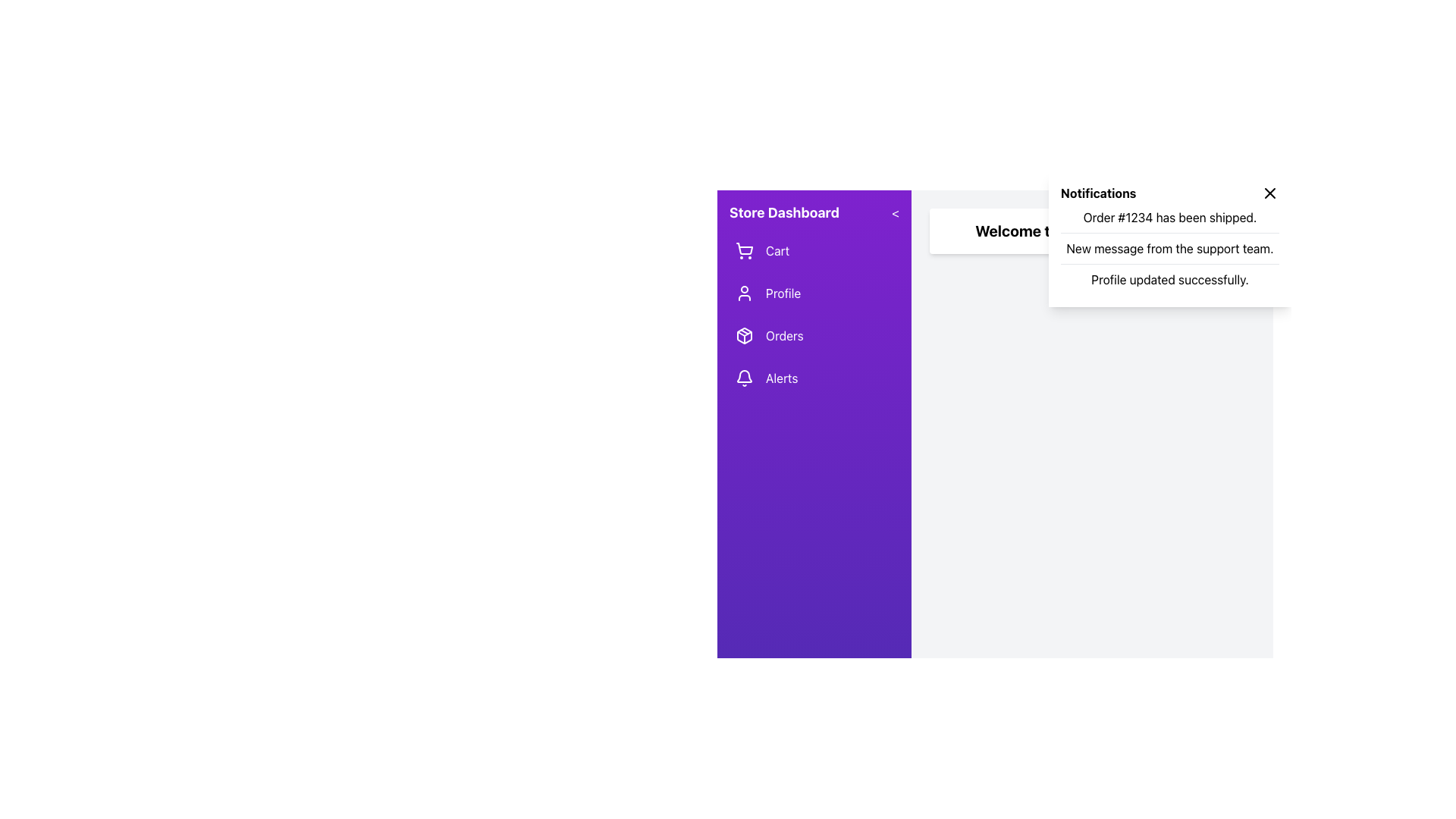  I want to click on the 'Alerts' icon located on the left sidebar, which is the left-most icon within the 'Alerts' menu item, so click(745, 377).